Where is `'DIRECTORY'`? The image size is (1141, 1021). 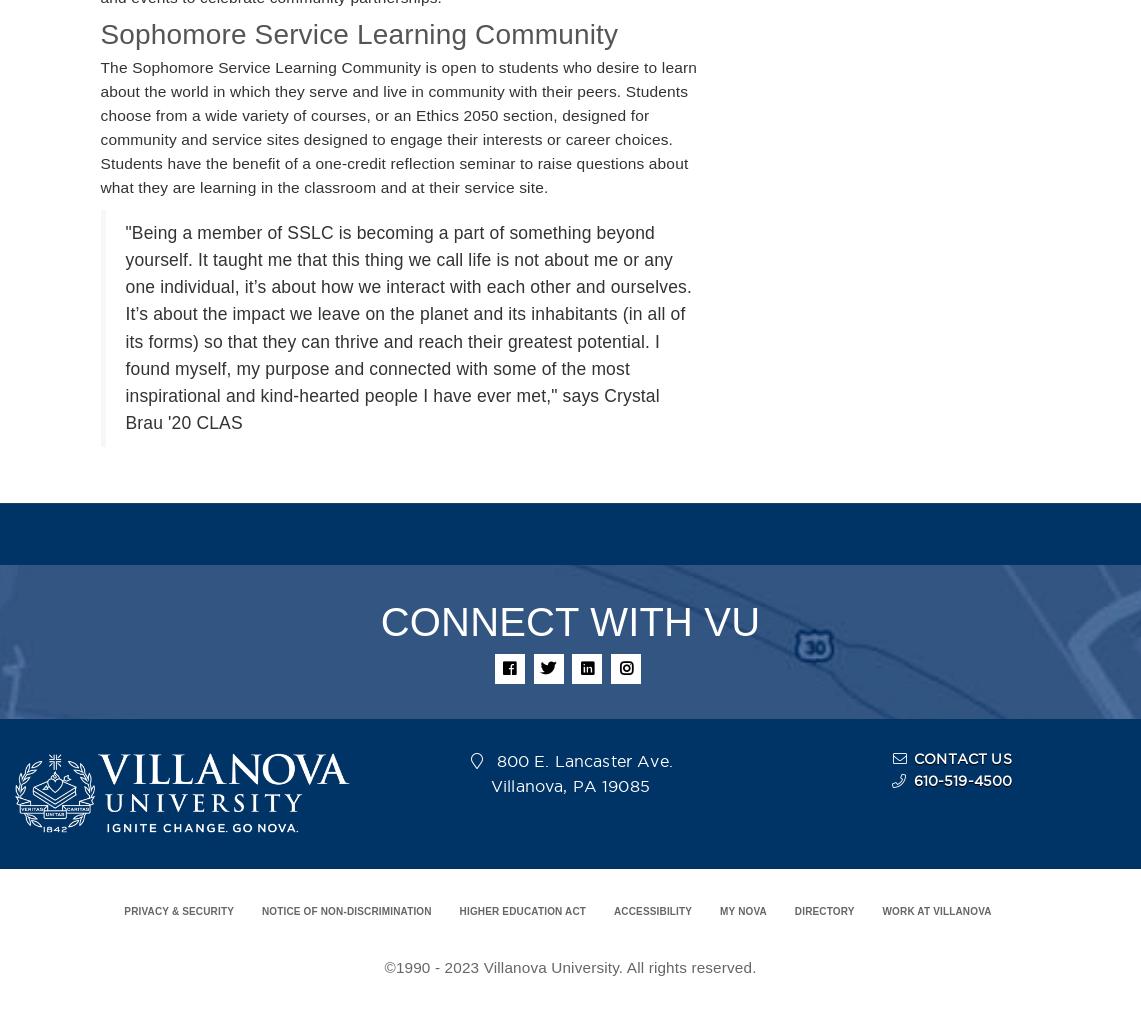
'DIRECTORY' is located at coordinates (824, 911).